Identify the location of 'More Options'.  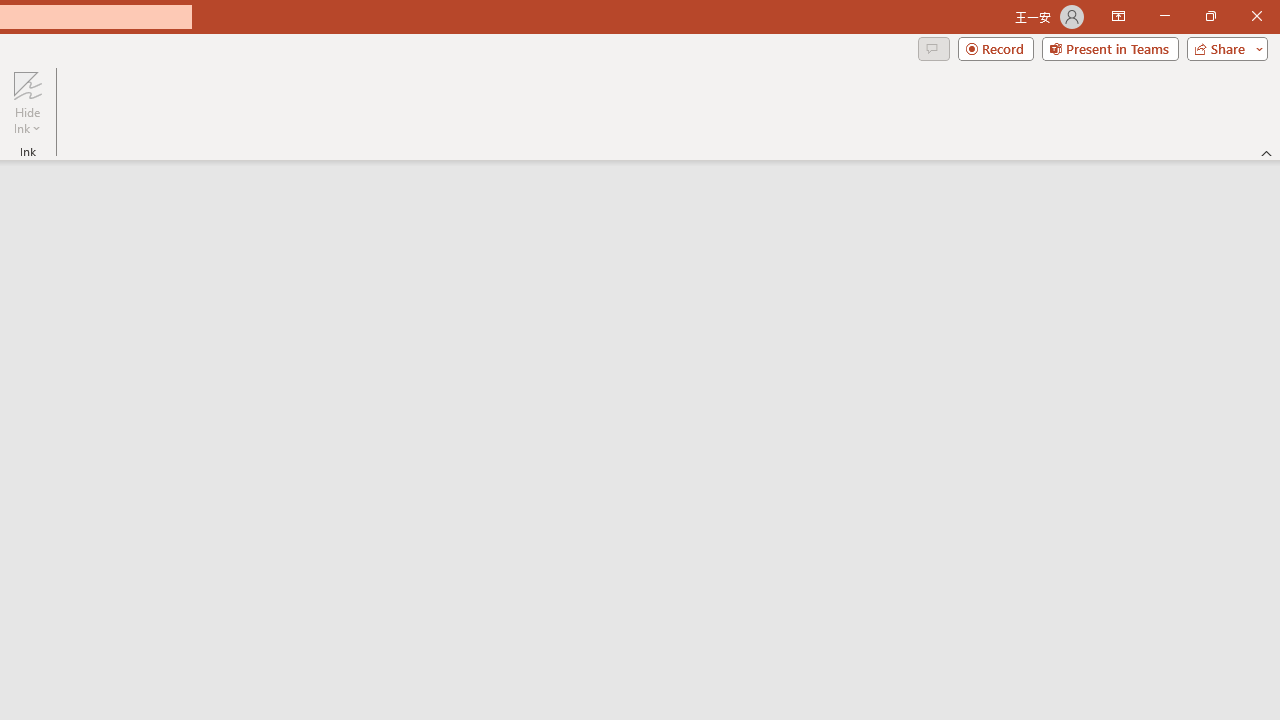
(27, 121).